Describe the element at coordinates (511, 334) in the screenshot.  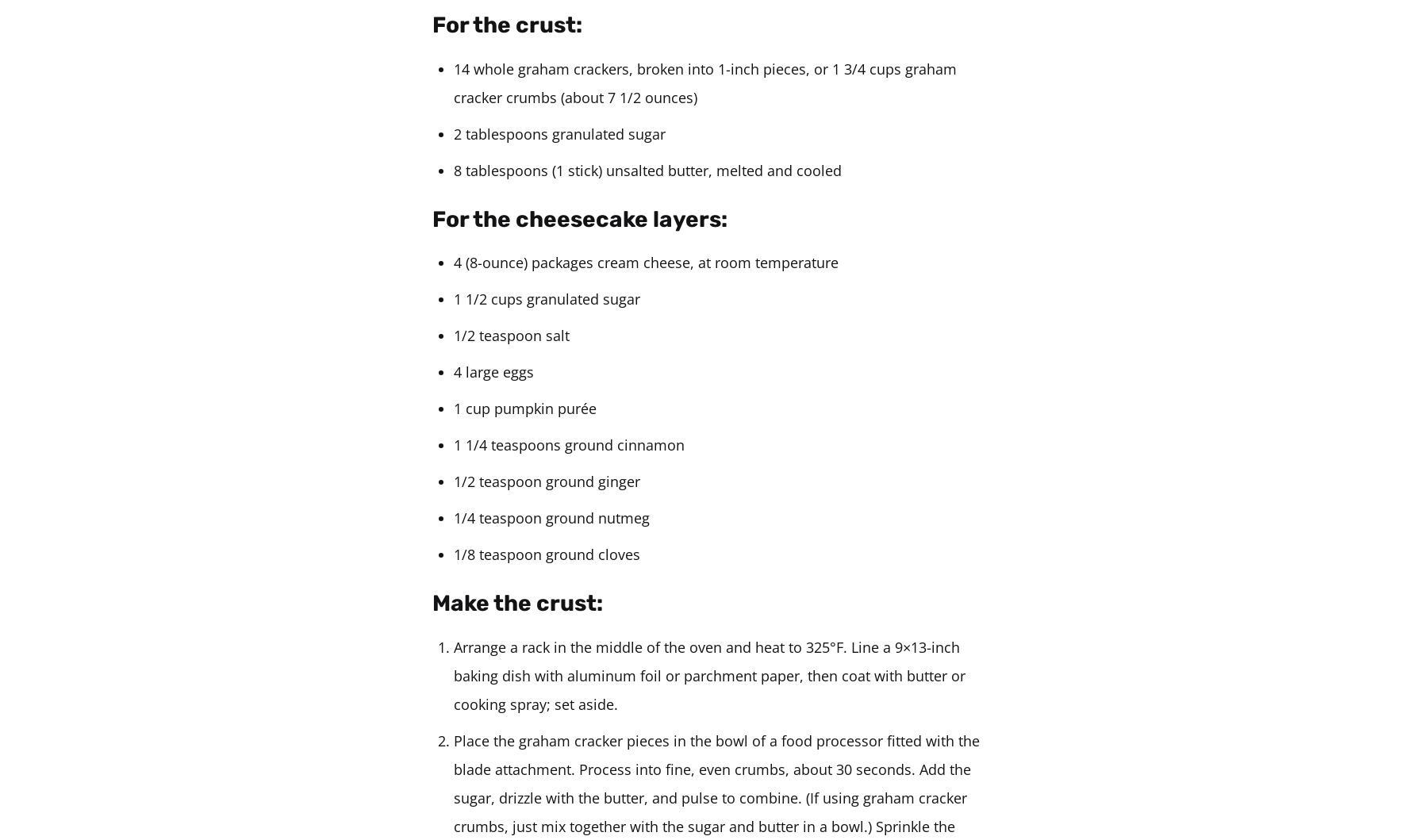
I see `'1/2 teaspoon salt'` at that location.